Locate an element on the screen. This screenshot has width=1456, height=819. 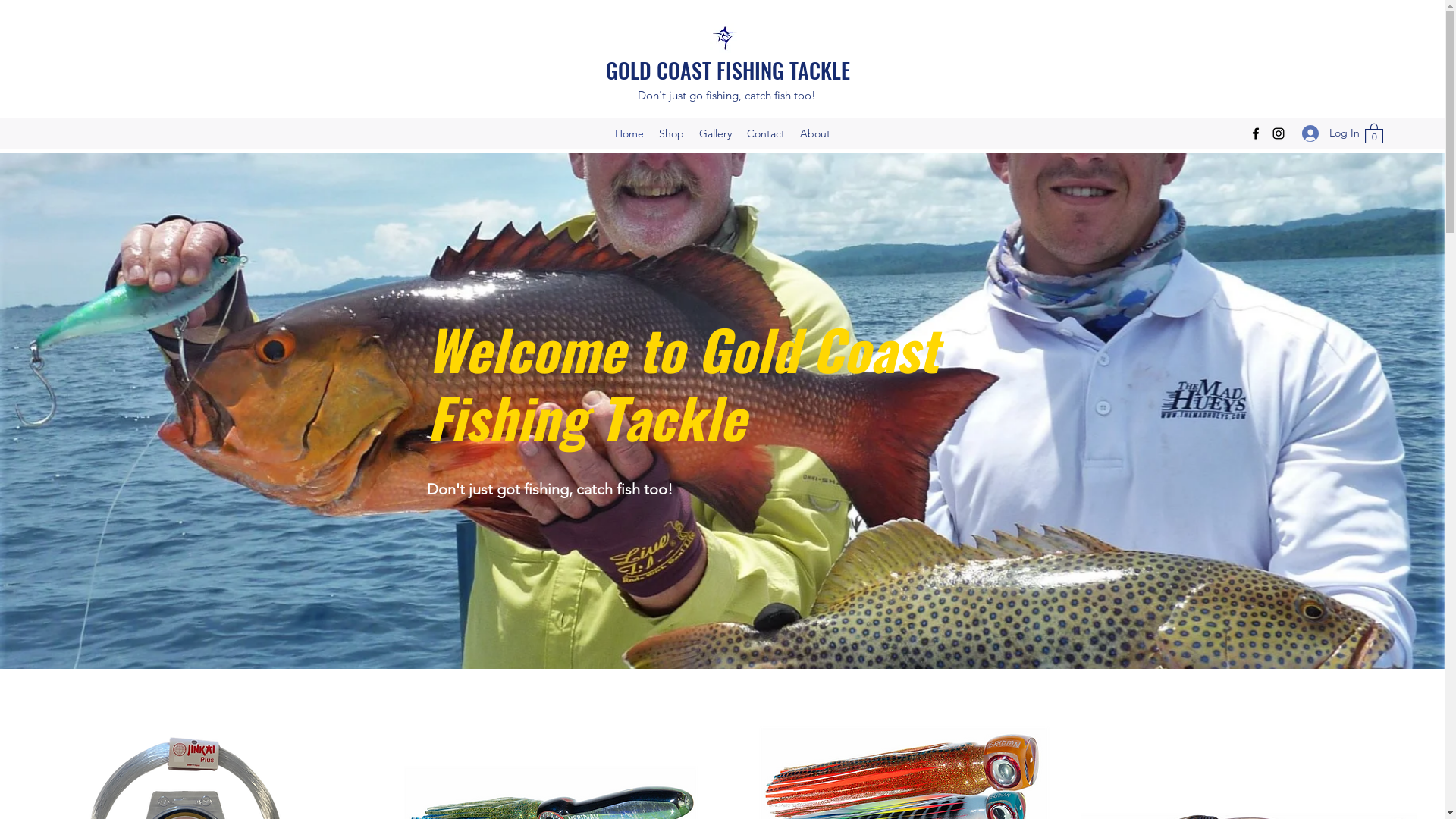
'Contact' is located at coordinates (764, 133).